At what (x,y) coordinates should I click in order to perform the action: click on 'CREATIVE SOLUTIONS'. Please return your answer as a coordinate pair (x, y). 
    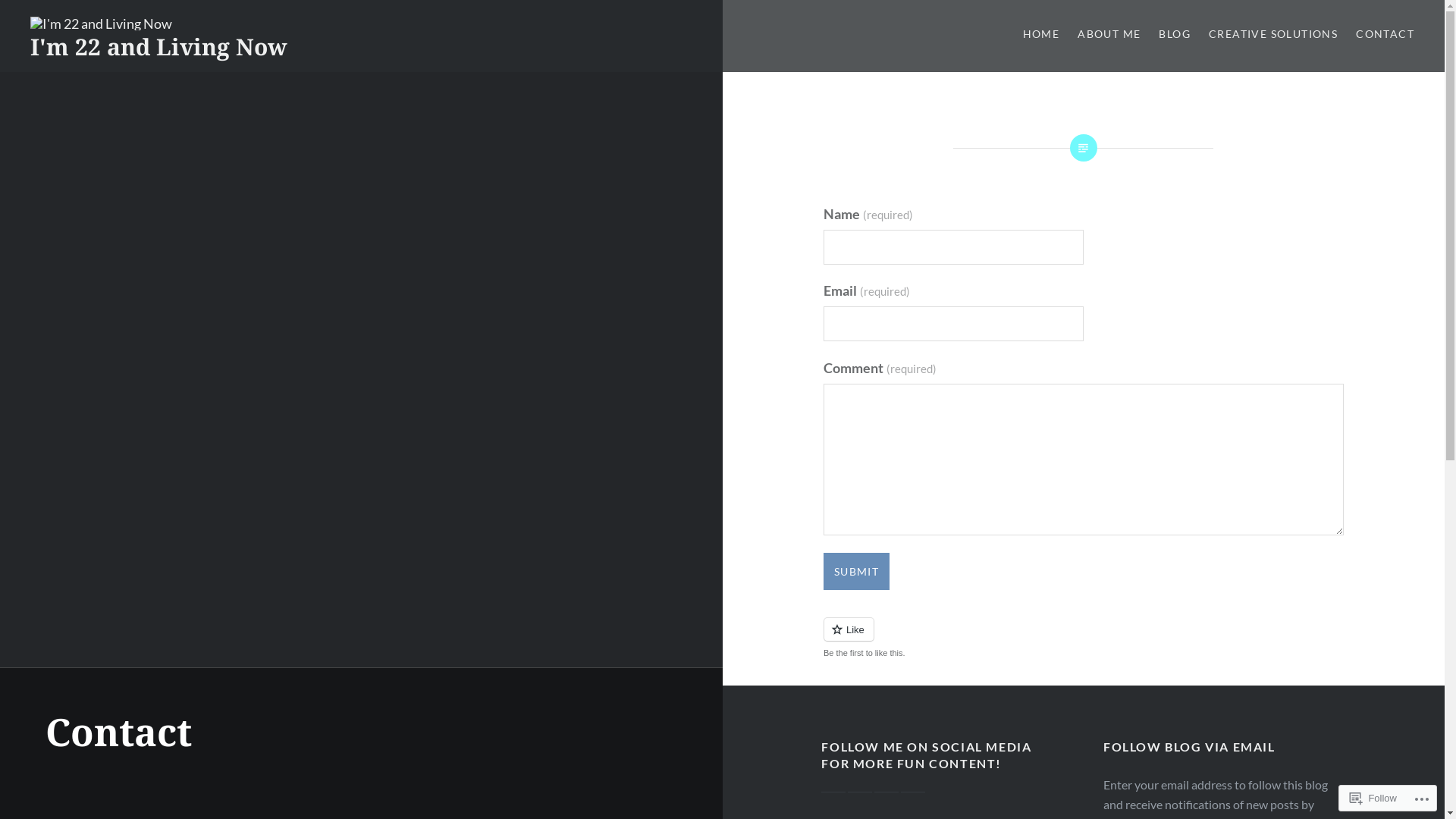
    Looking at the image, I should click on (1207, 34).